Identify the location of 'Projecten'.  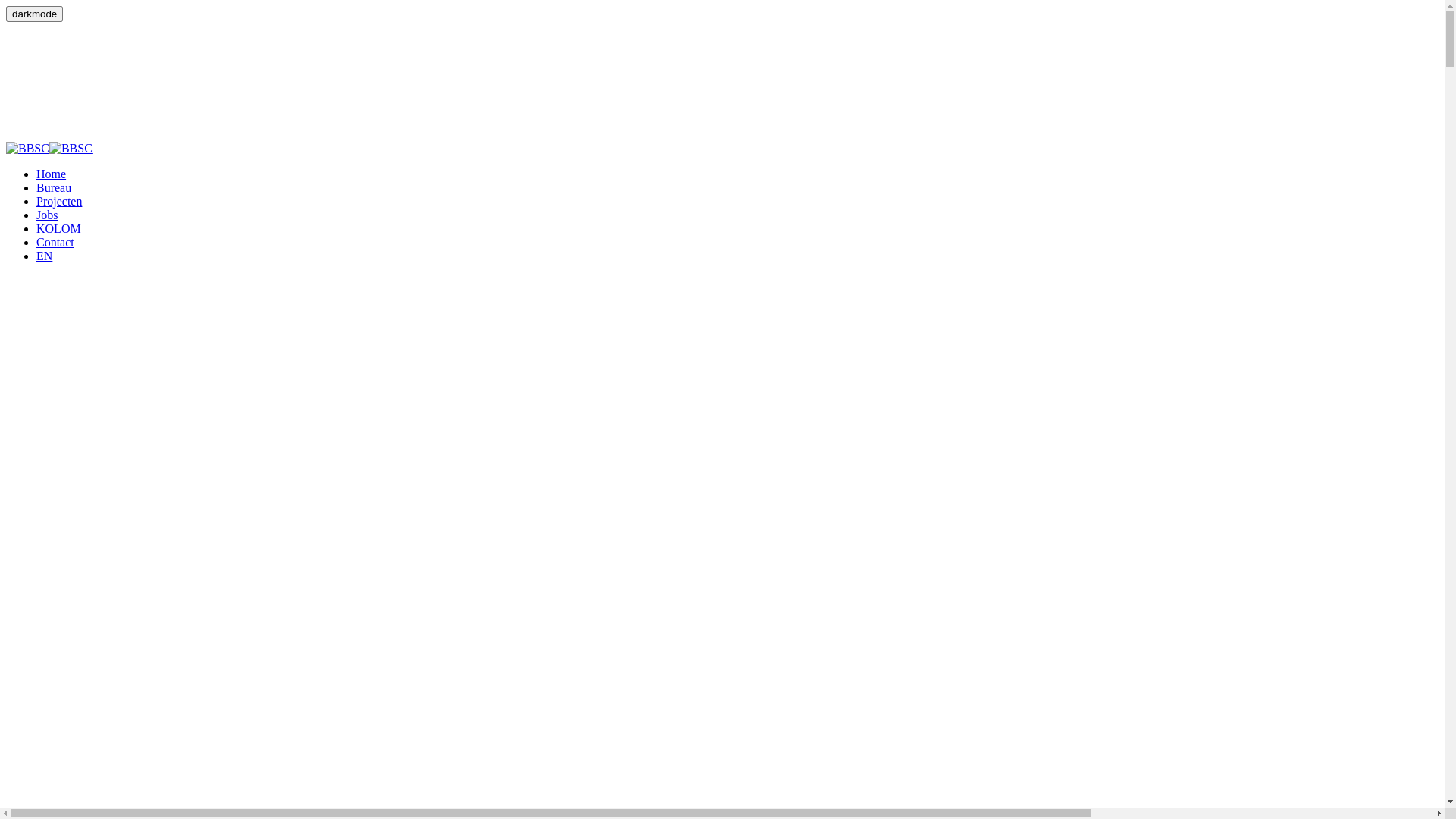
(58, 200).